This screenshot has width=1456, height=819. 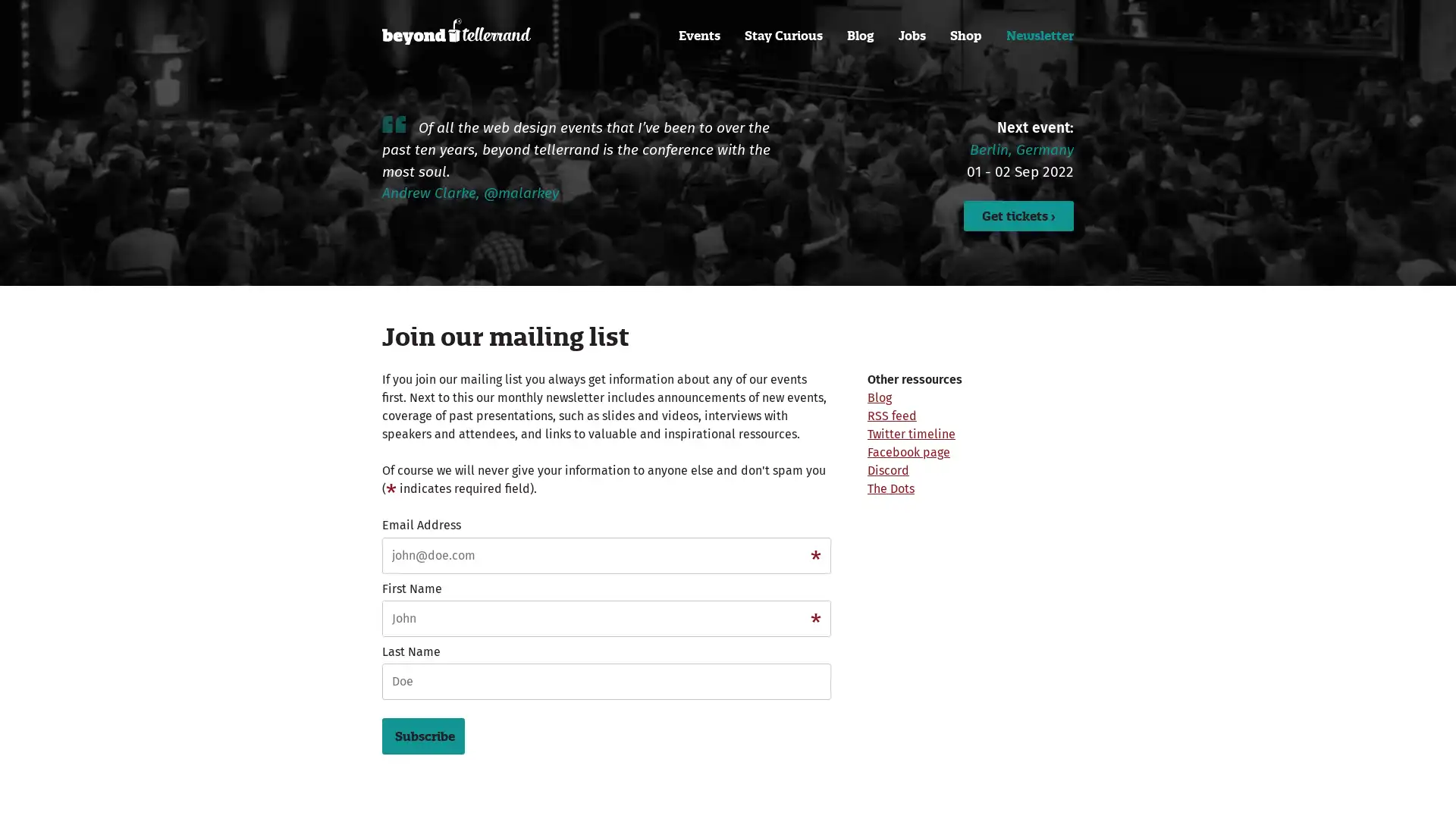 What do you see at coordinates (423, 734) in the screenshot?
I see `Subscribe` at bounding box center [423, 734].